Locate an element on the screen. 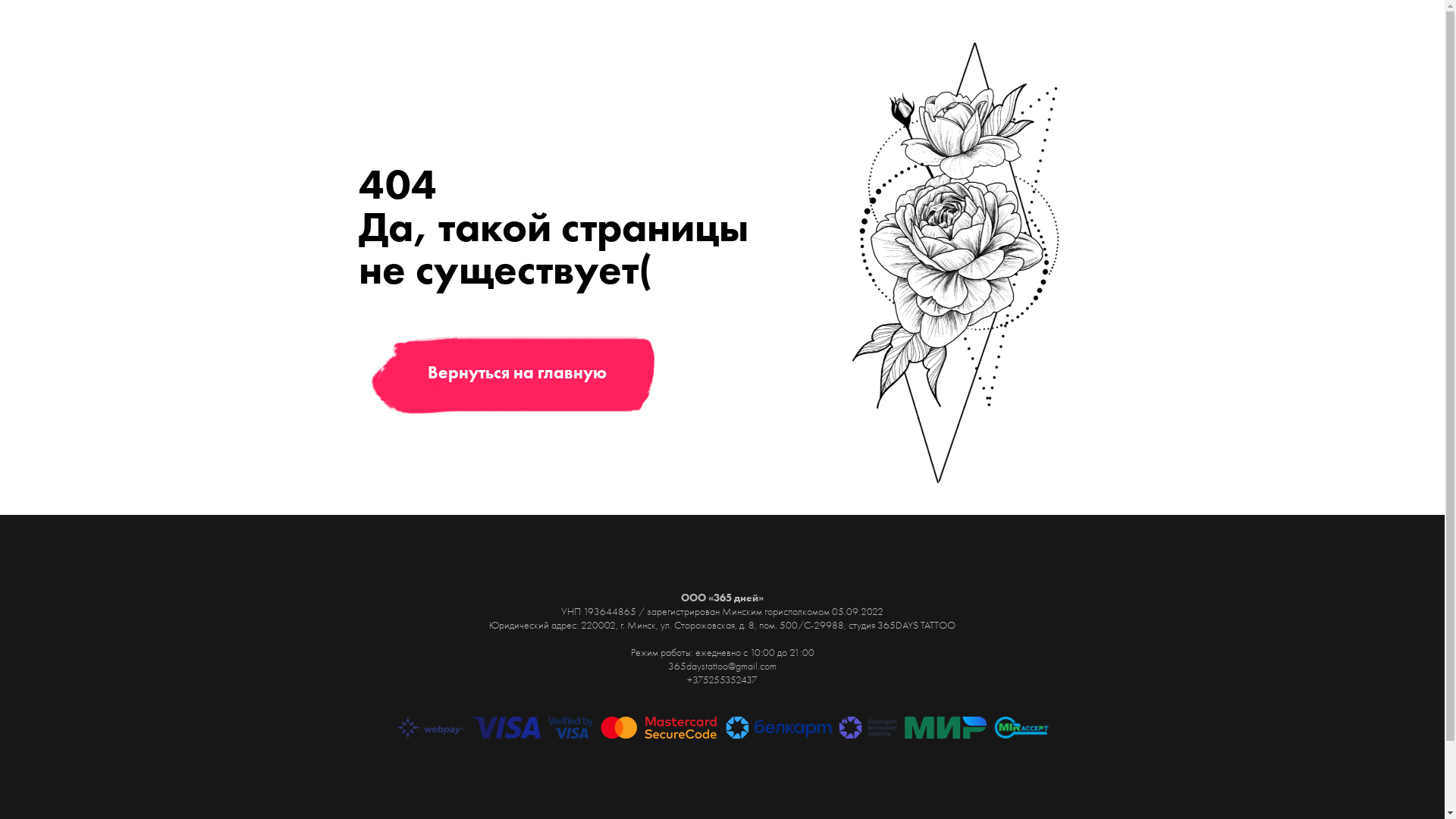 The height and width of the screenshot is (819, 1456). '365daystattoo@gmail.com' is located at coordinates (721, 665).